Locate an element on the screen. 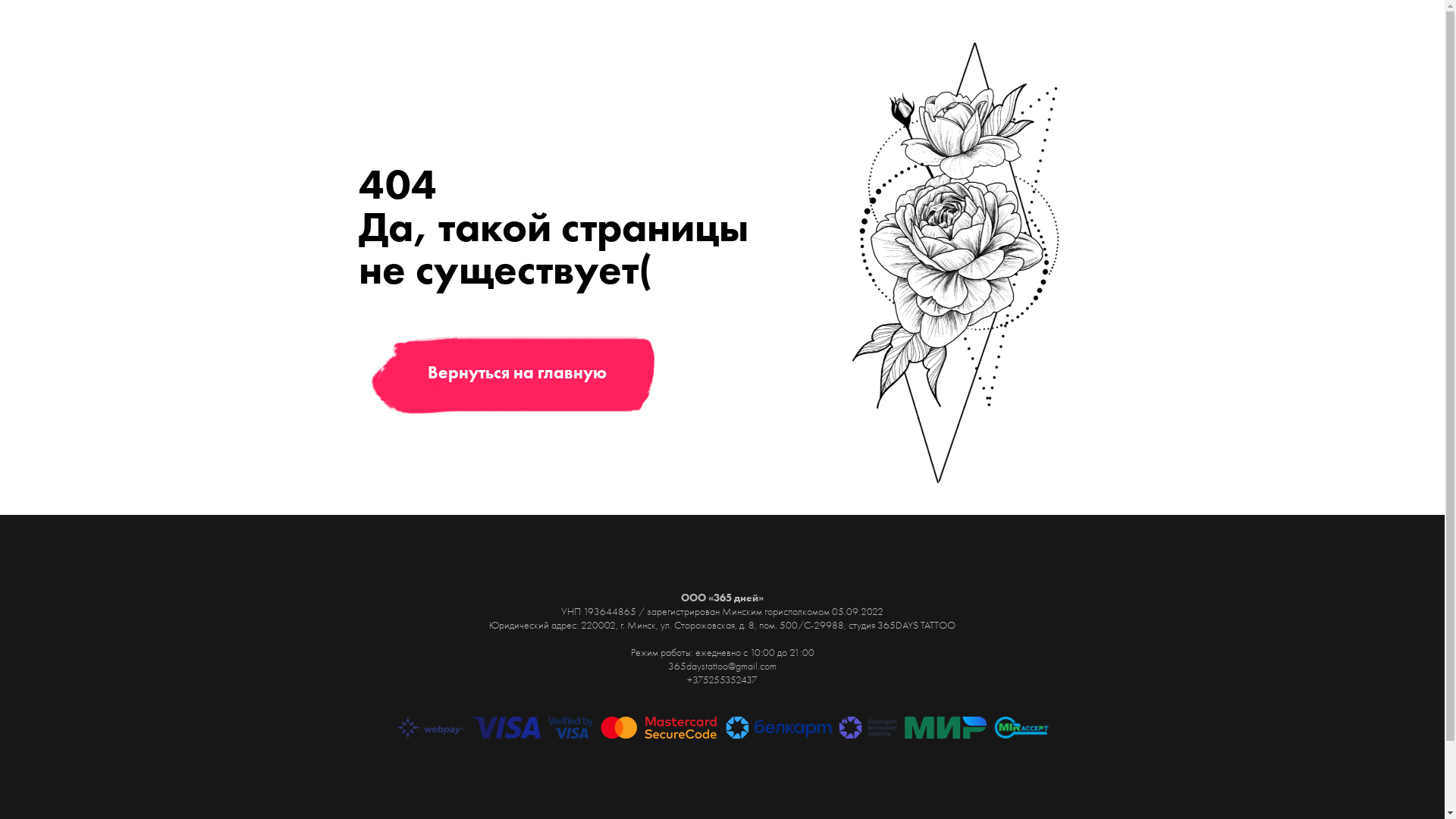 The height and width of the screenshot is (819, 1456). '365daystattoo@gmail.com' is located at coordinates (721, 665).